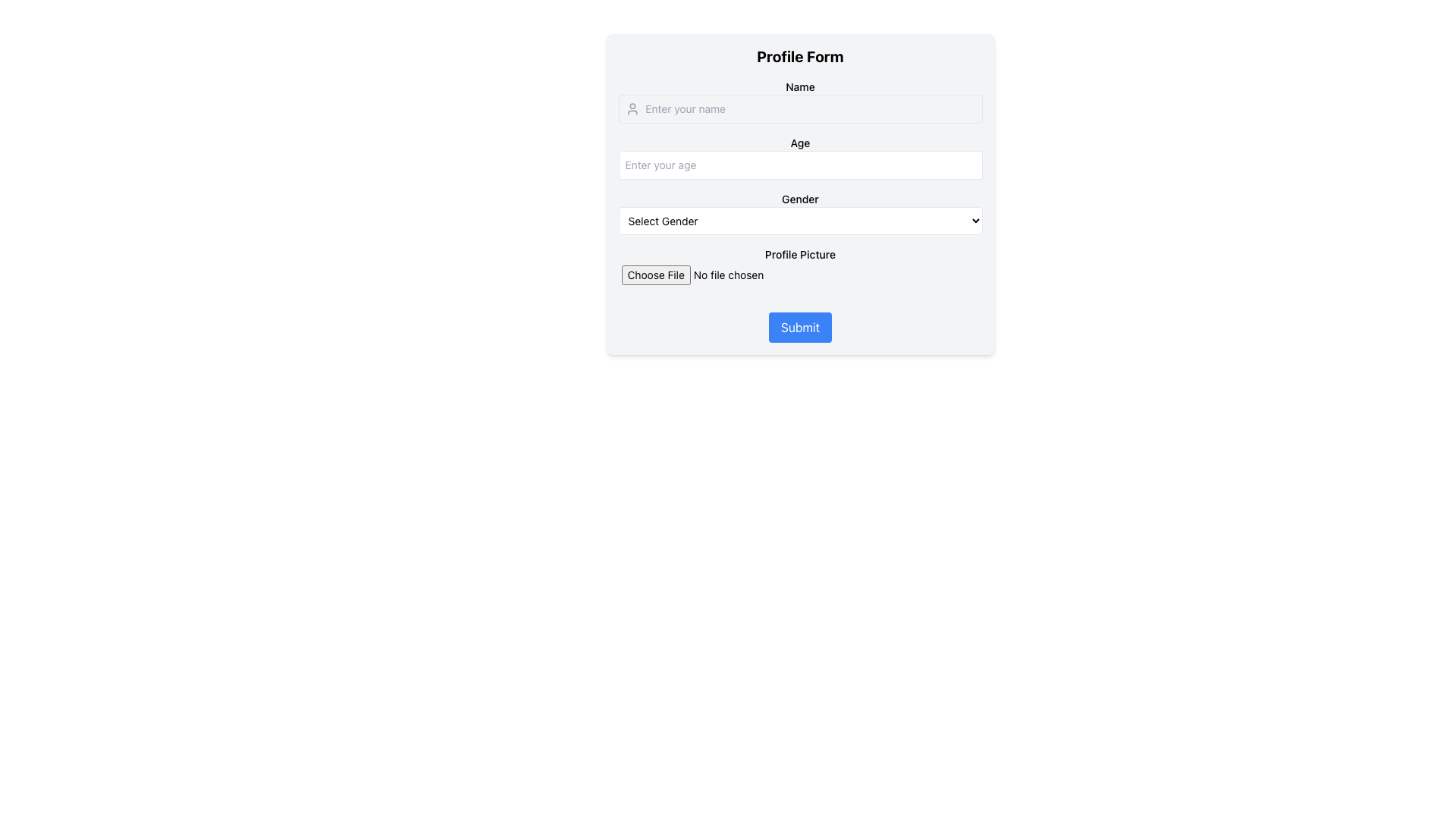 Image resolution: width=1456 pixels, height=819 pixels. What do you see at coordinates (799, 267) in the screenshot?
I see `and drop a file into the 'Profile Picture' file input field, which is centrally located in the form and follows the 'Gender' field` at bounding box center [799, 267].